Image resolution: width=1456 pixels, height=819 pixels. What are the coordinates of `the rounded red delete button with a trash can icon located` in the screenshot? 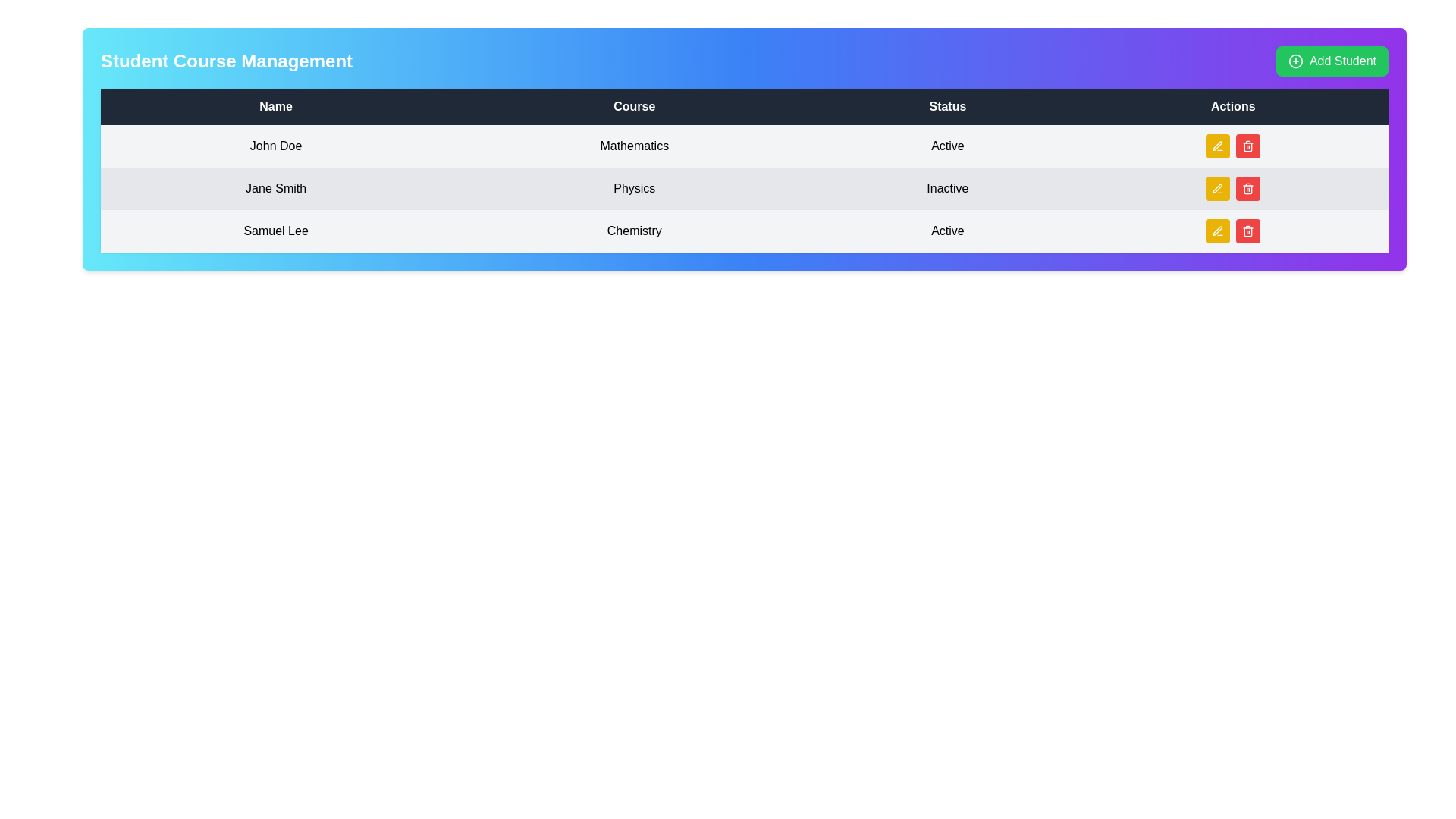 It's located at (1248, 231).